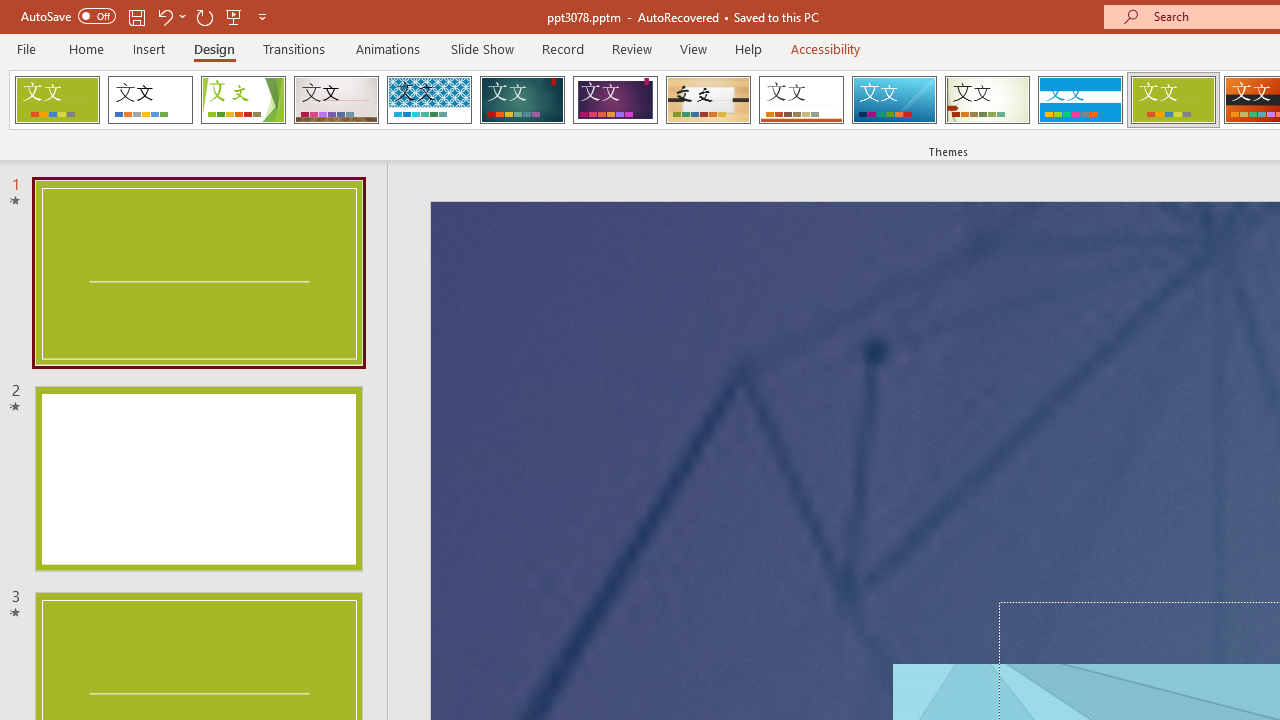 The image size is (1280, 720). Describe the element at coordinates (242, 100) in the screenshot. I see `'Facet'` at that location.